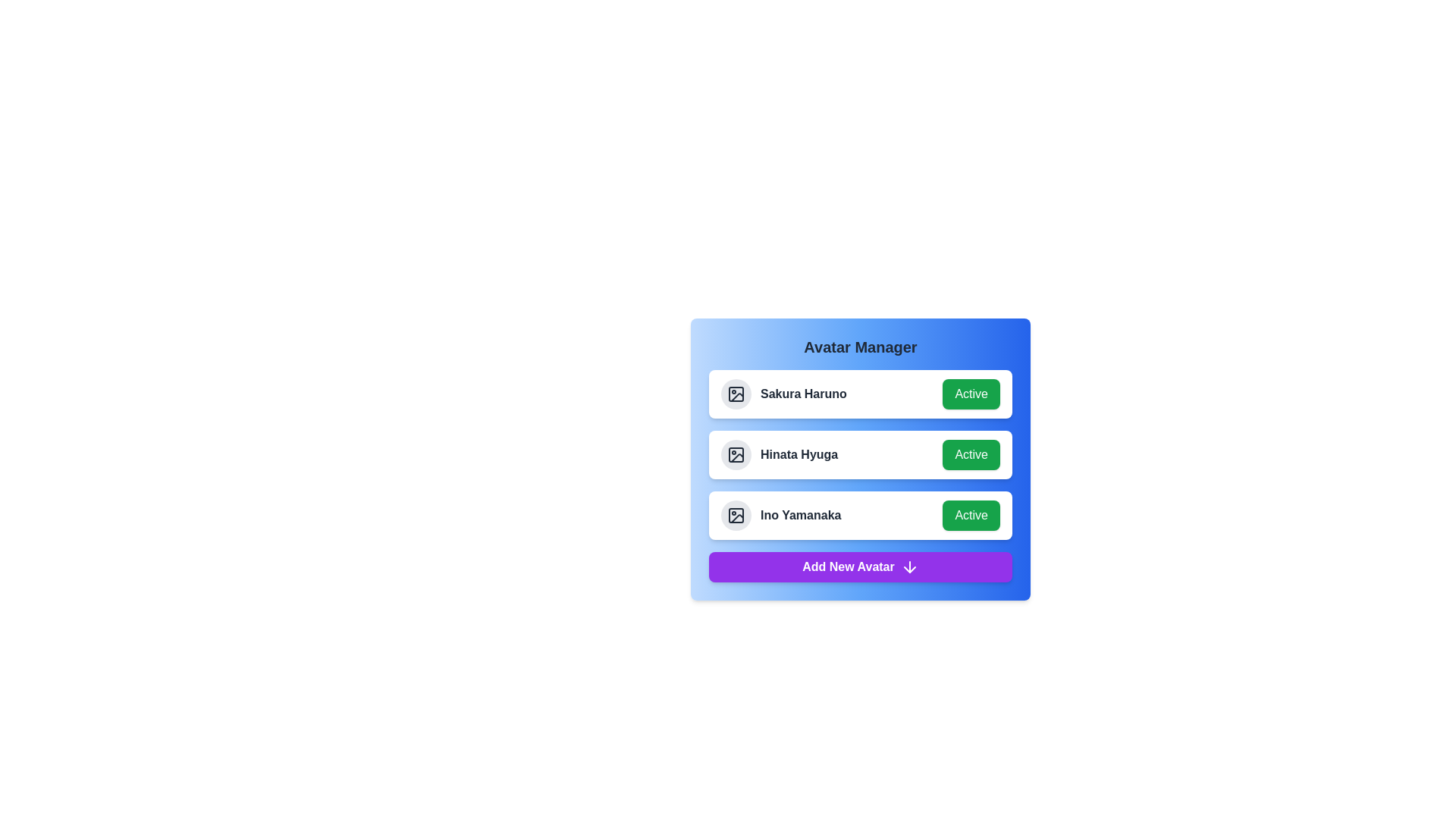 The height and width of the screenshot is (819, 1456). I want to click on the Image placeholder icon located to the left of the text 'Hinata Hyuga' in the second row of the 'Avatar Manager' section, so click(736, 454).